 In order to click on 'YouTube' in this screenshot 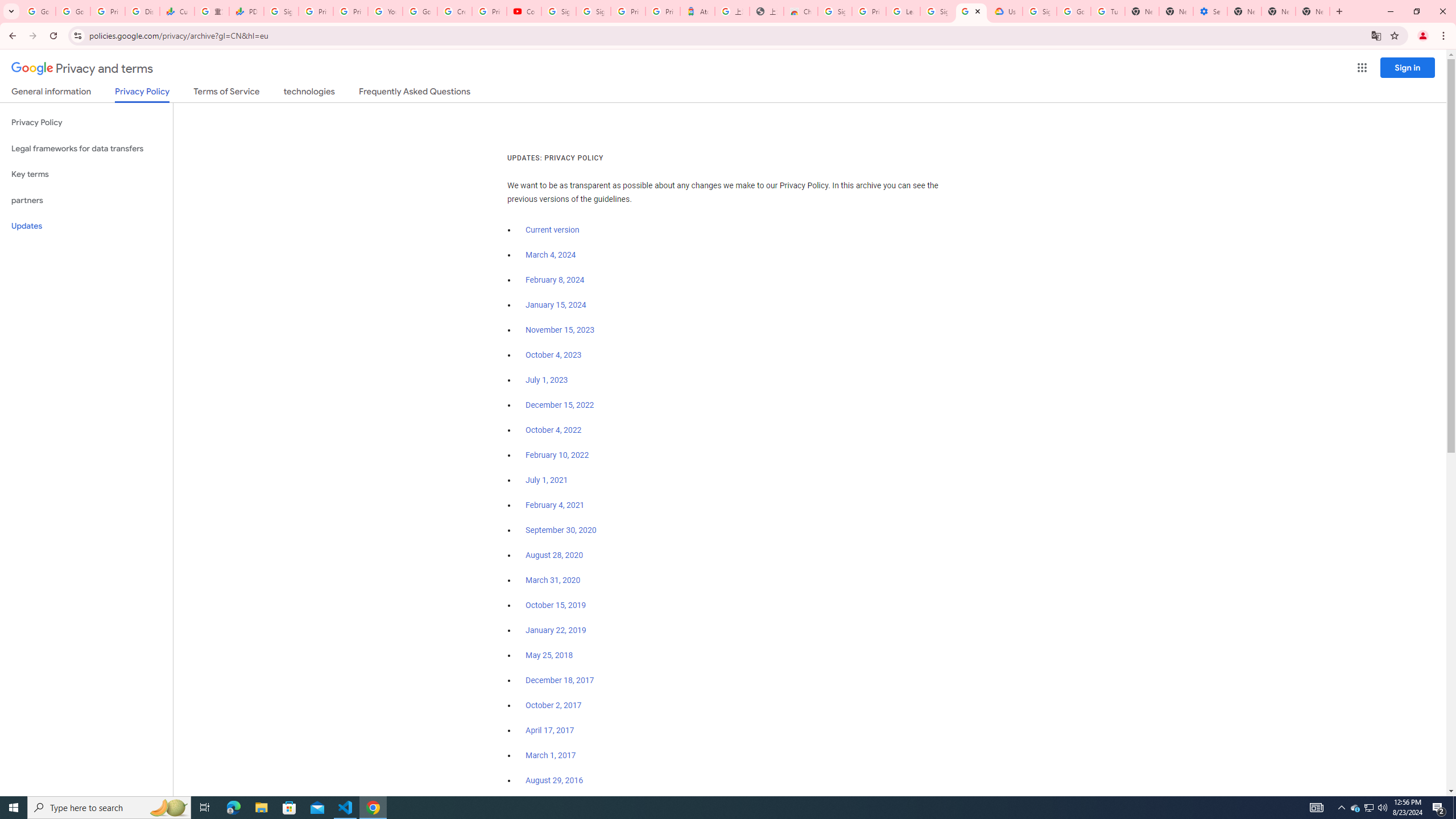, I will do `click(384, 11)`.